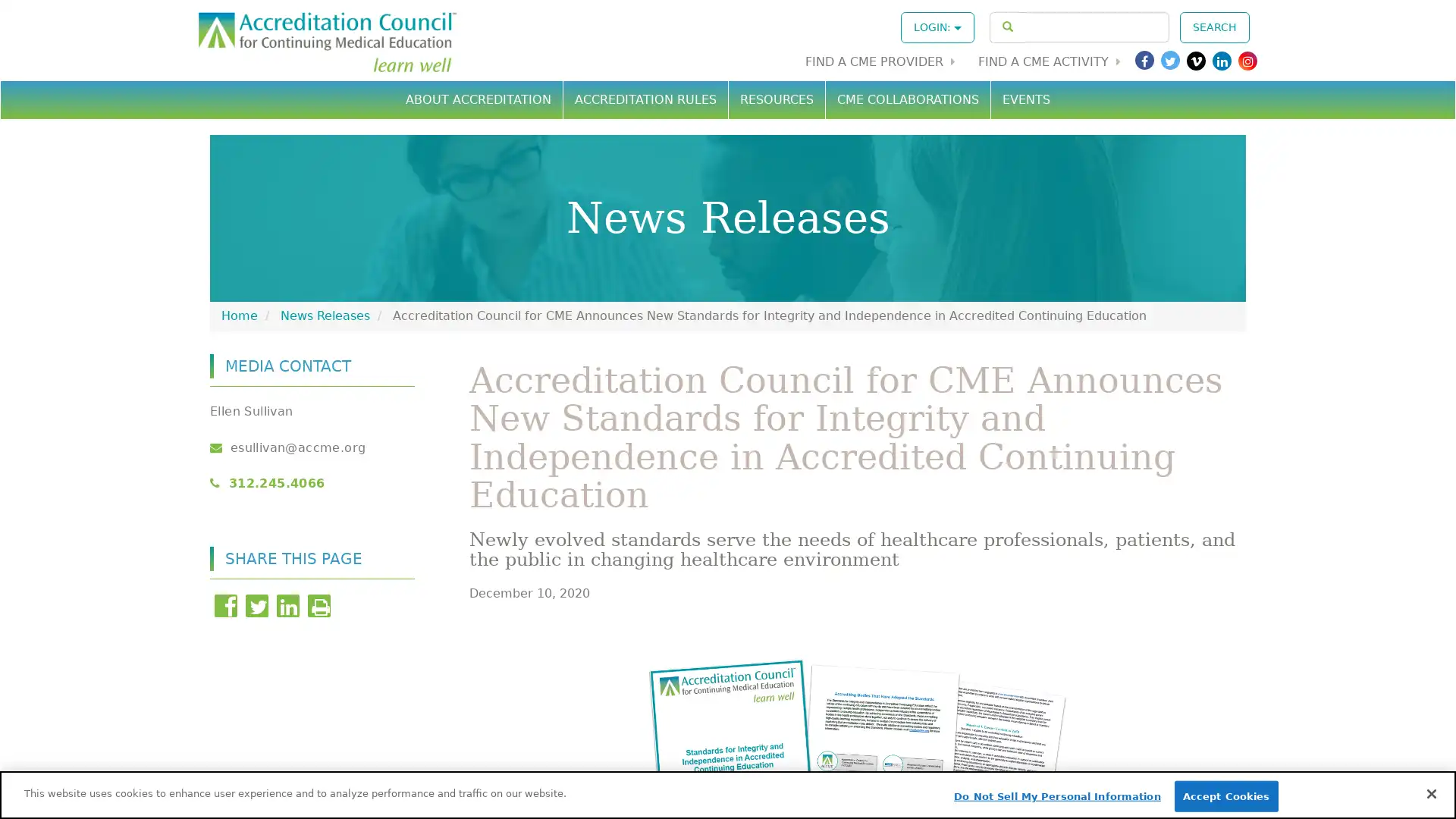  Describe the element at coordinates (1056, 795) in the screenshot. I see `Do Not Sell My Personal Information` at that location.